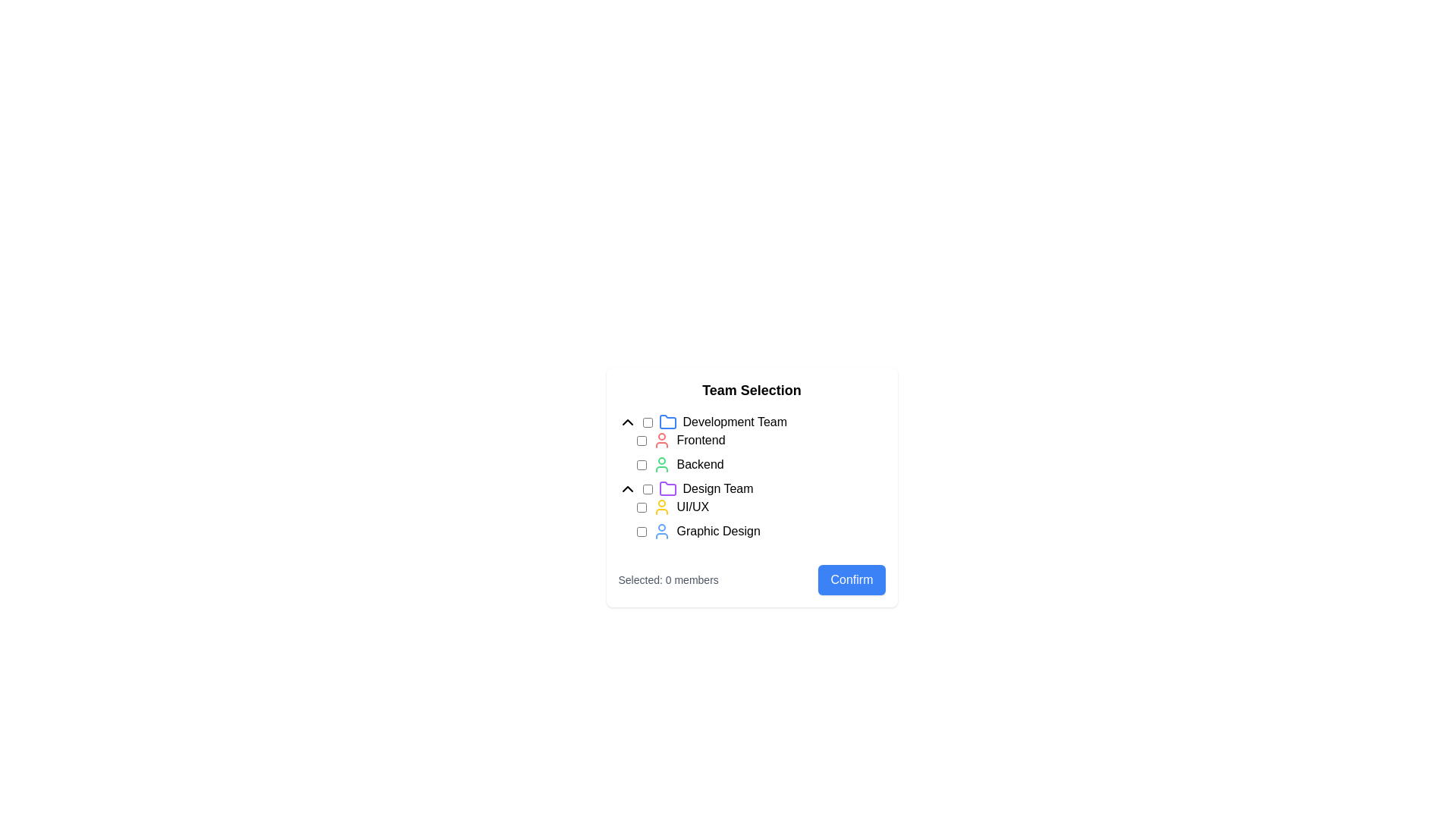  I want to click on the chevron icon, so click(627, 422).